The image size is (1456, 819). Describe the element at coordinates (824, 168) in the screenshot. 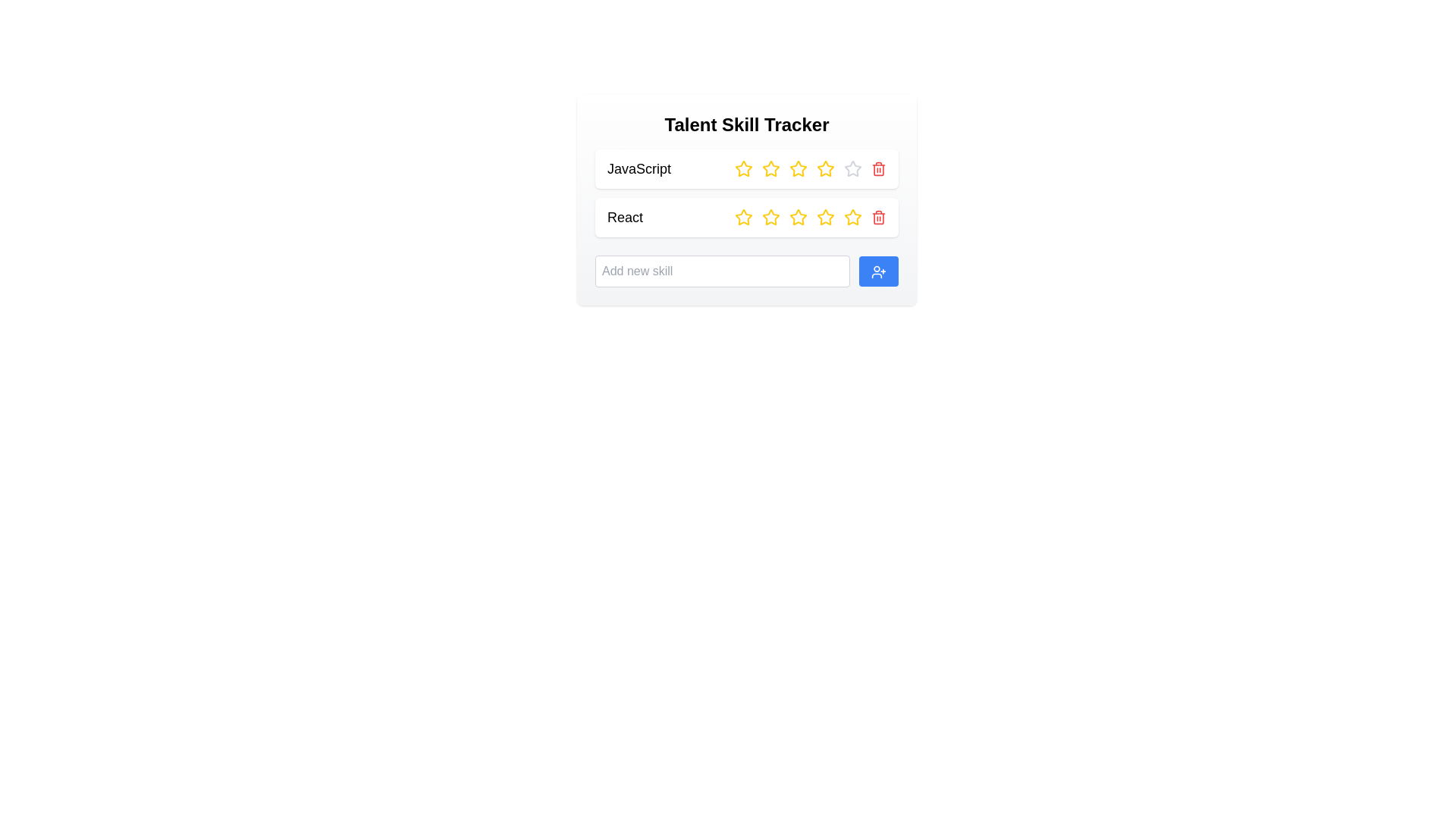

I see `on the highlighted yellow star rating icon, which is the fourth star in the JavaScript row of the rating system` at that location.